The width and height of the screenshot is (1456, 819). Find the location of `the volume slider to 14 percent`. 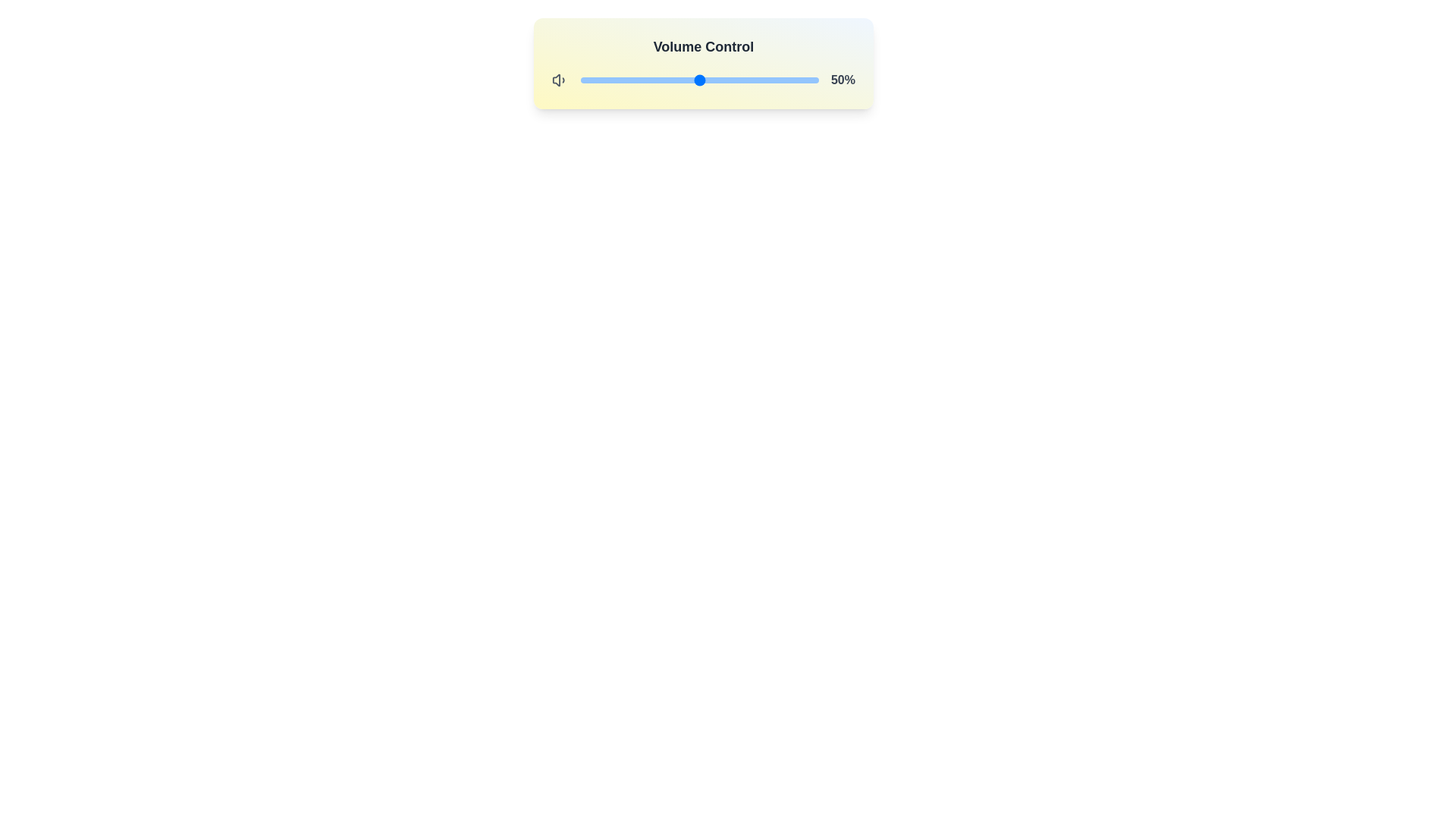

the volume slider to 14 percent is located at coordinates (613, 80).